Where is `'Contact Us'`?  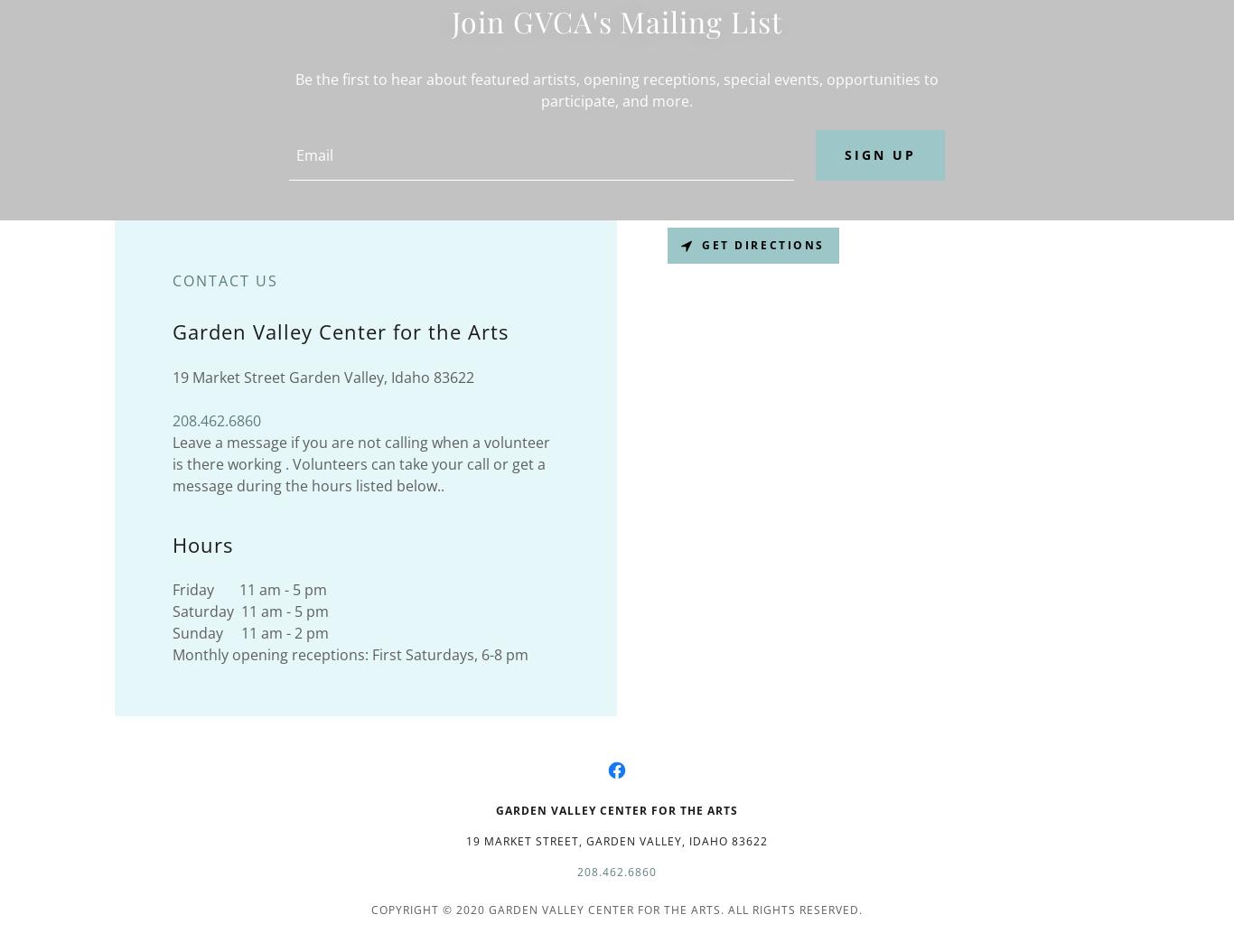 'Contact Us' is located at coordinates (171, 278).